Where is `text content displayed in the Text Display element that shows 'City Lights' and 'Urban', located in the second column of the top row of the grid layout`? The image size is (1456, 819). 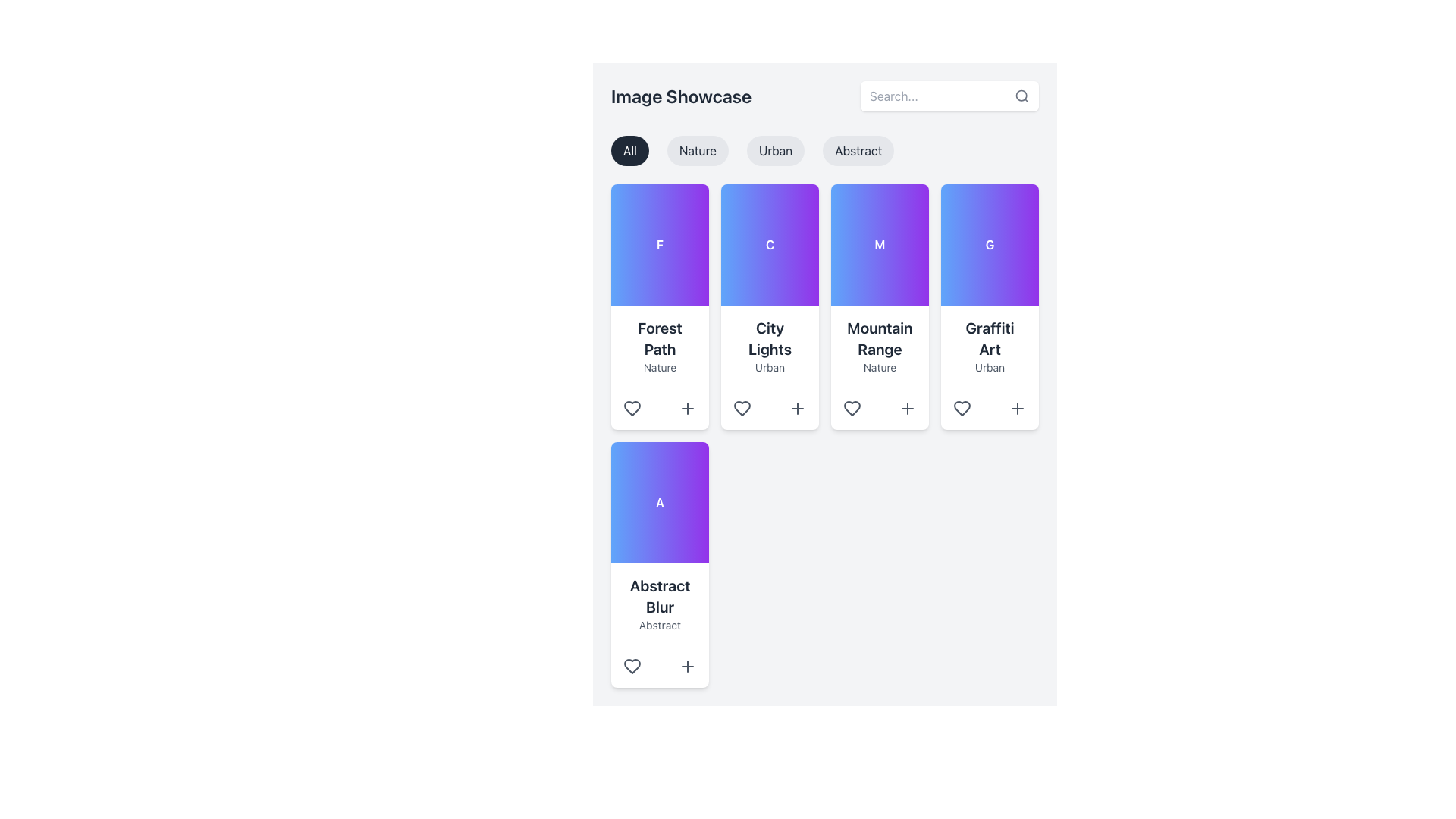
text content displayed in the Text Display element that shows 'City Lights' and 'Urban', located in the second column of the top row of the grid layout is located at coordinates (770, 346).